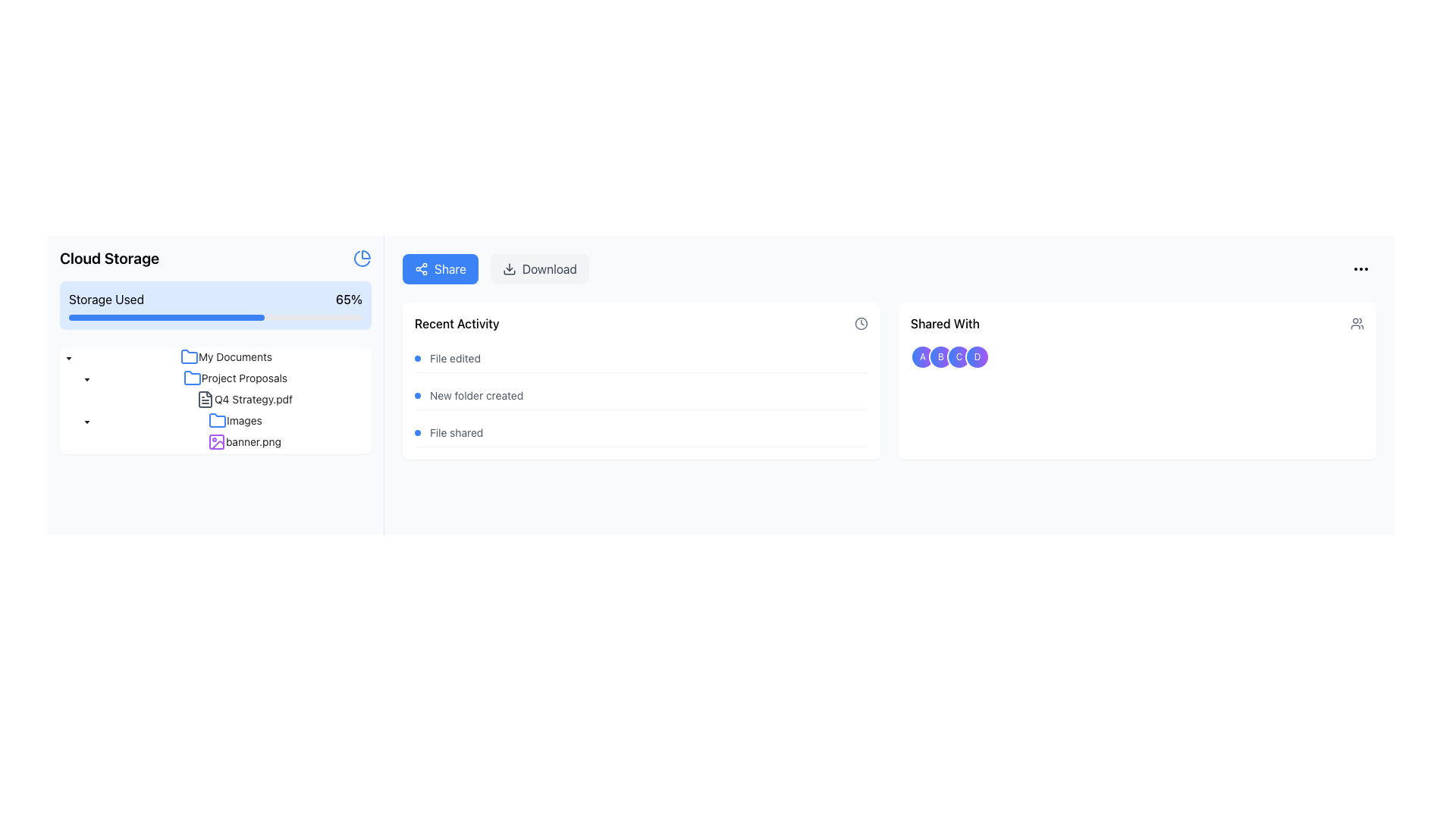 The width and height of the screenshot is (1456, 819). Describe the element at coordinates (456, 323) in the screenshot. I see `the Text Label indicating recent activities, which is positioned near the top-left of a rectangular area and to the left of a clock icon` at that location.